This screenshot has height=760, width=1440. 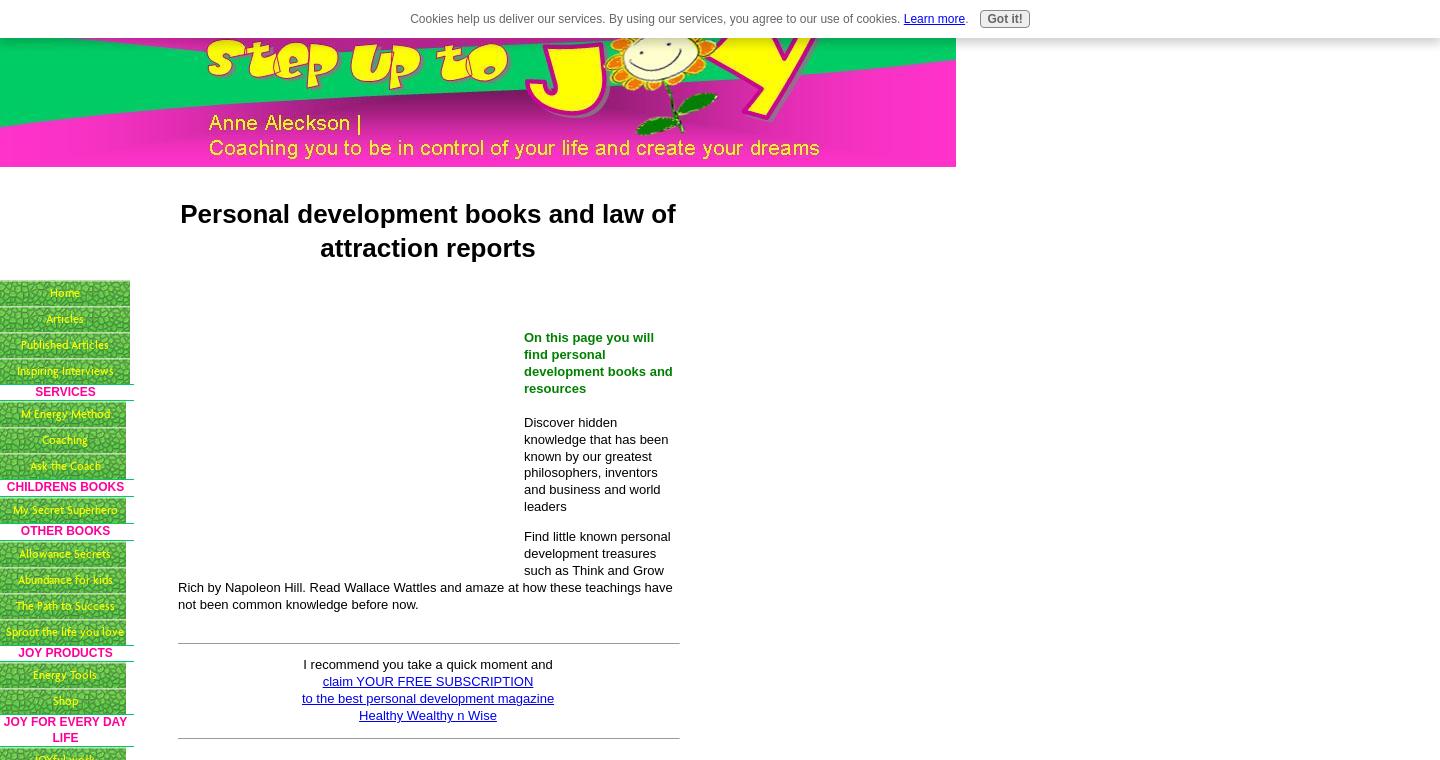 I want to click on 'Got it!', so click(x=985, y=18).